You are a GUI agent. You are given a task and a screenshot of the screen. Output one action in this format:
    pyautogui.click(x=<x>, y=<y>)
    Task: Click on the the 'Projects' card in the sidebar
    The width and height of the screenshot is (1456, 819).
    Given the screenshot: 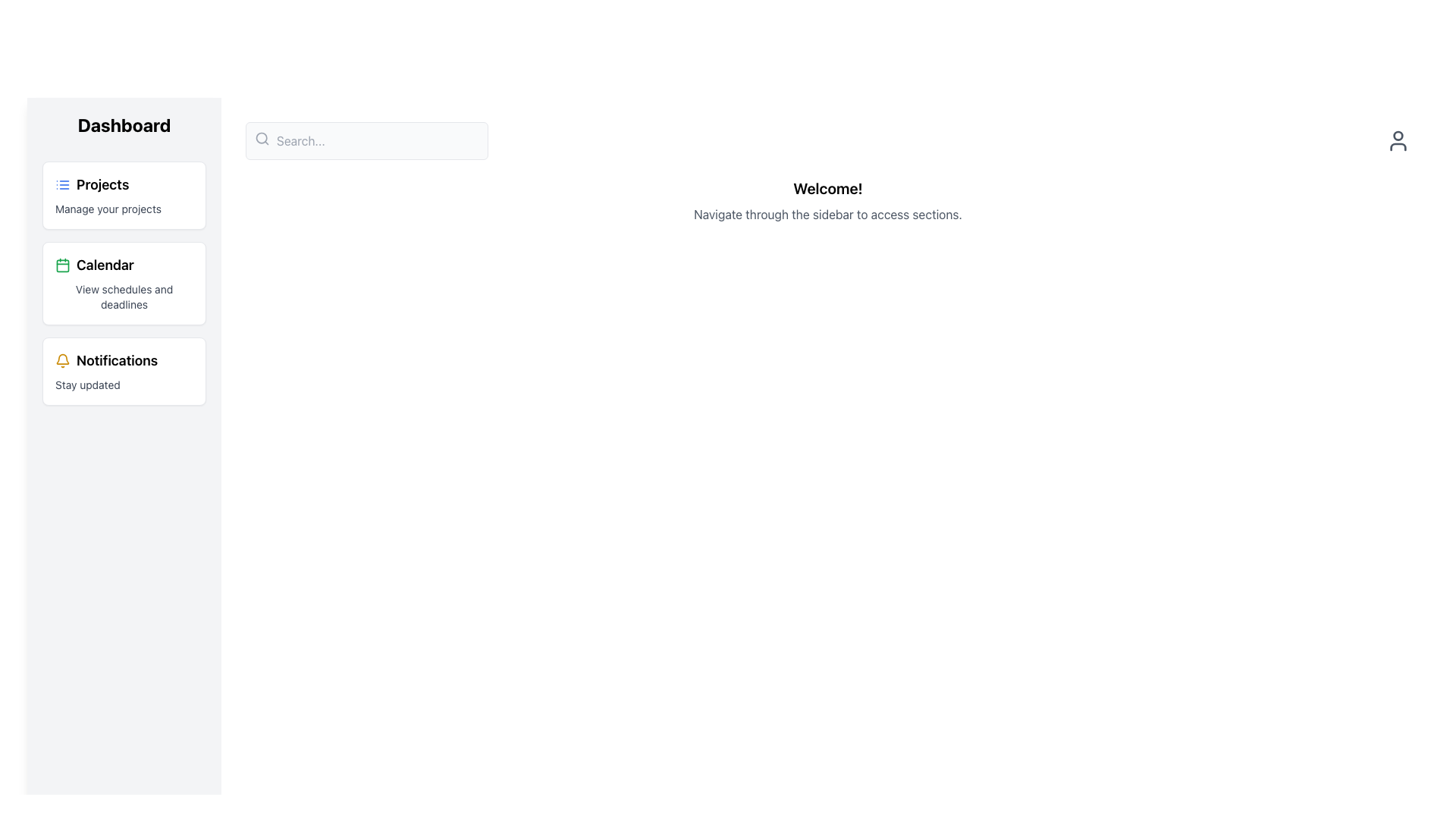 What is the action you would take?
    pyautogui.click(x=124, y=195)
    